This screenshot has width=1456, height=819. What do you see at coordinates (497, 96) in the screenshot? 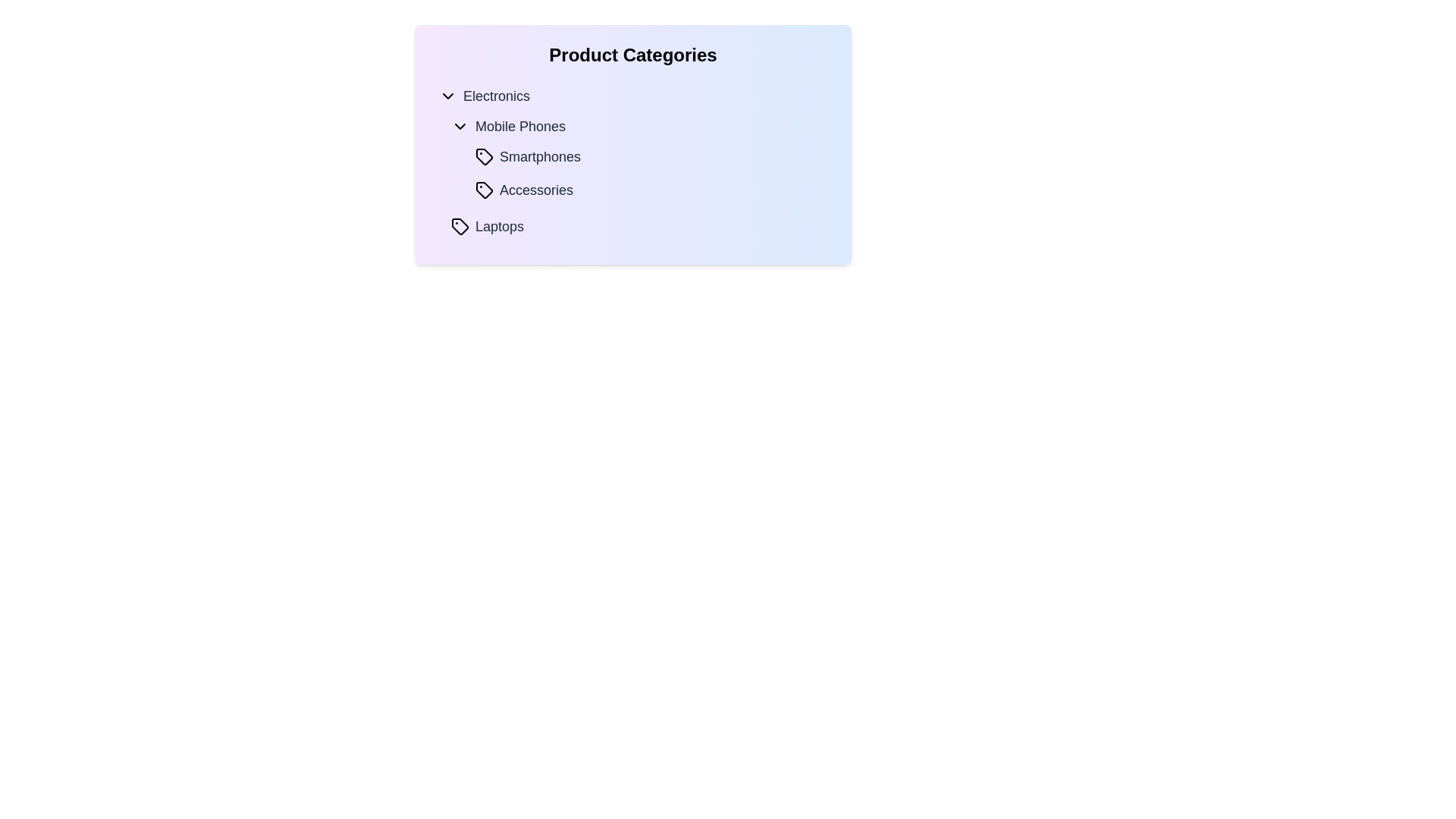
I see `the 'Electronics' category label, which is the first item in the vertical menu under 'Product Categories', adjacent to a chevron icon` at bounding box center [497, 96].